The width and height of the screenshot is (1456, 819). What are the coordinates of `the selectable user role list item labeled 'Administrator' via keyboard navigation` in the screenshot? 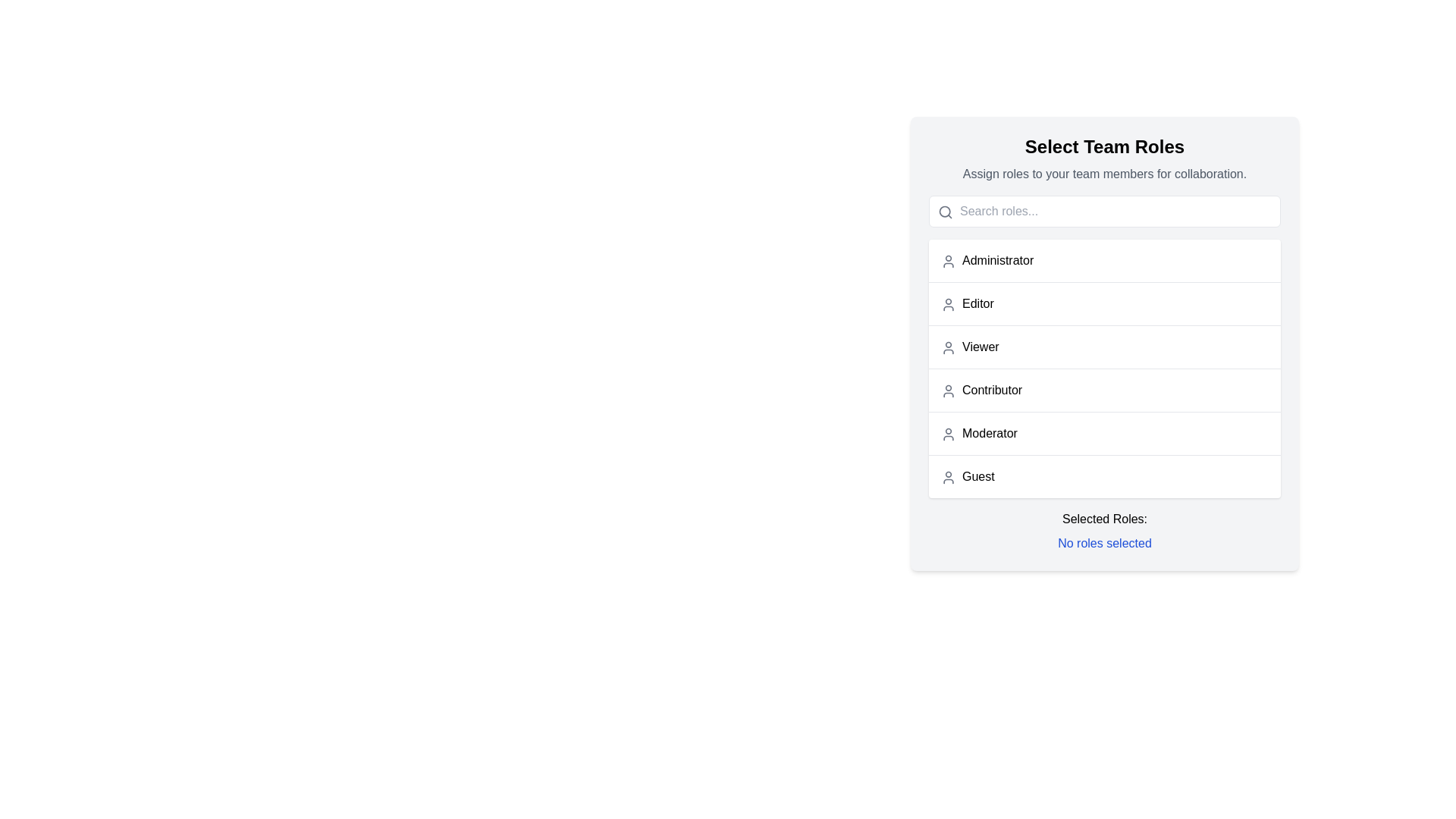 It's located at (987, 259).